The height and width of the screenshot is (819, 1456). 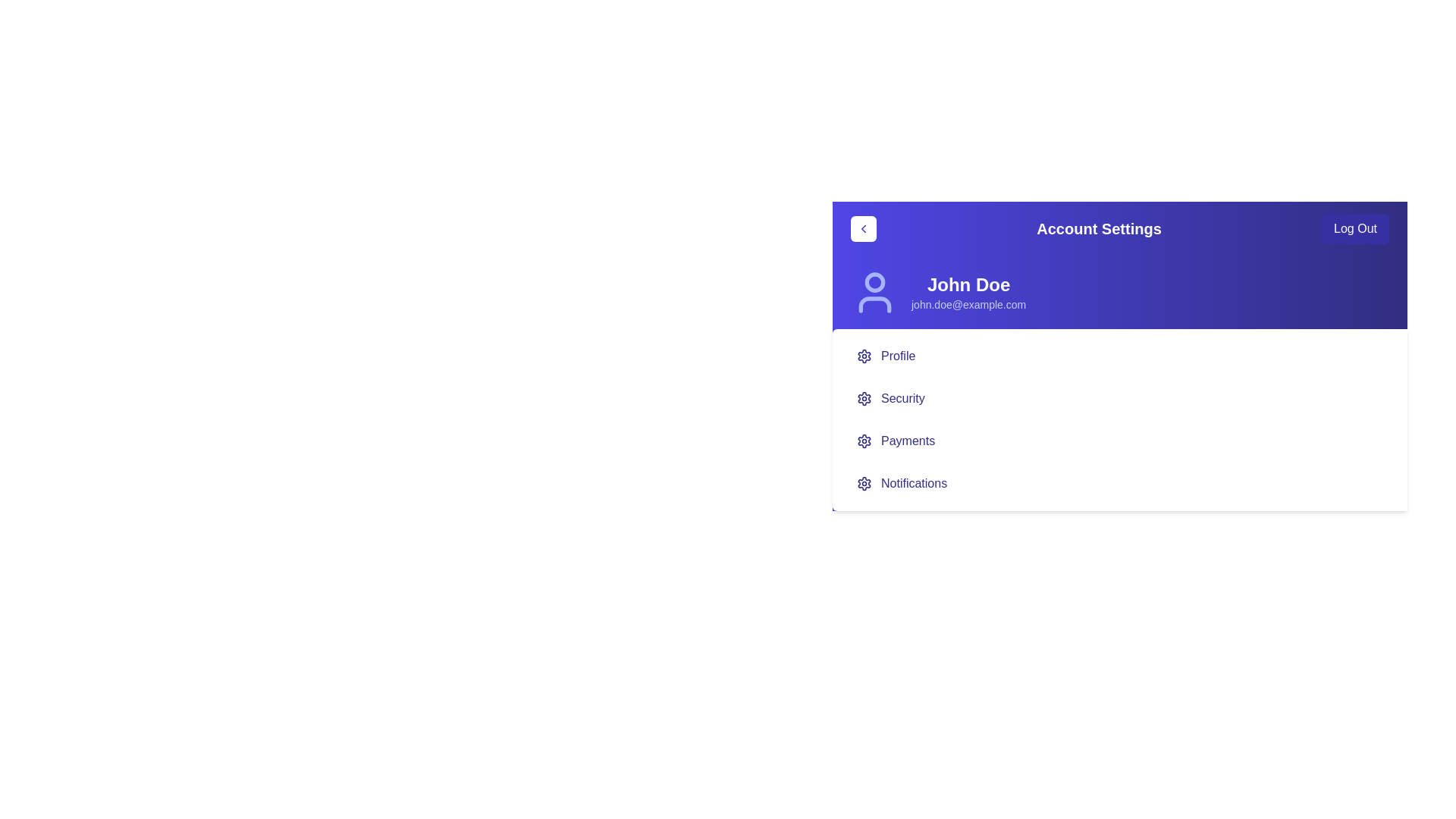 What do you see at coordinates (864, 441) in the screenshot?
I see `the gear icon representing settings for the 'Payments' section` at bounding box center [864, 441].